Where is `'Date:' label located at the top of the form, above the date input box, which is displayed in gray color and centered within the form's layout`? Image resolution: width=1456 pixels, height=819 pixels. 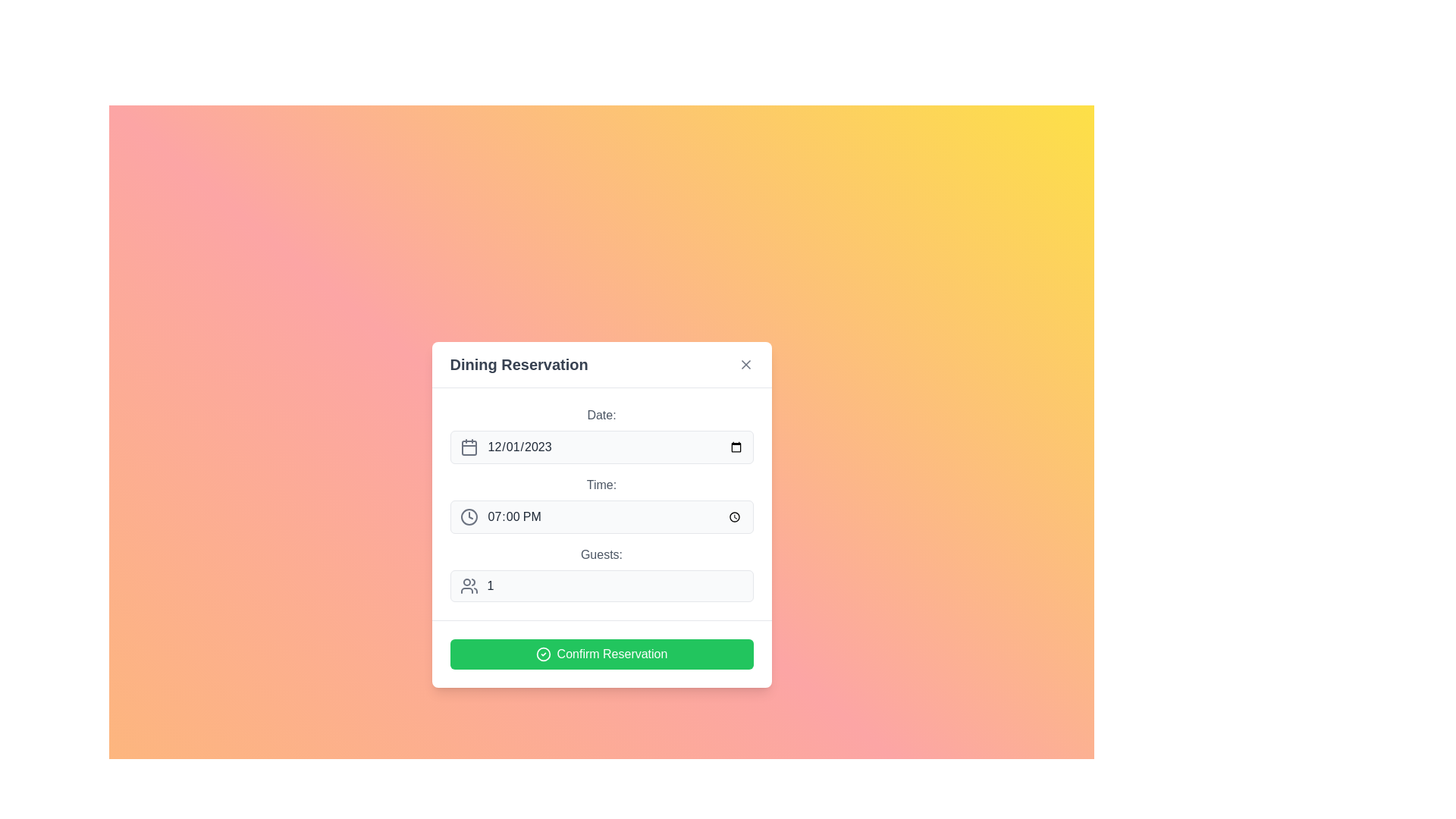 'Date:' label located at the top of the form, above the date input box, which is displayed in gray color and centered within the form's layout is located at coordinates (601, 415).